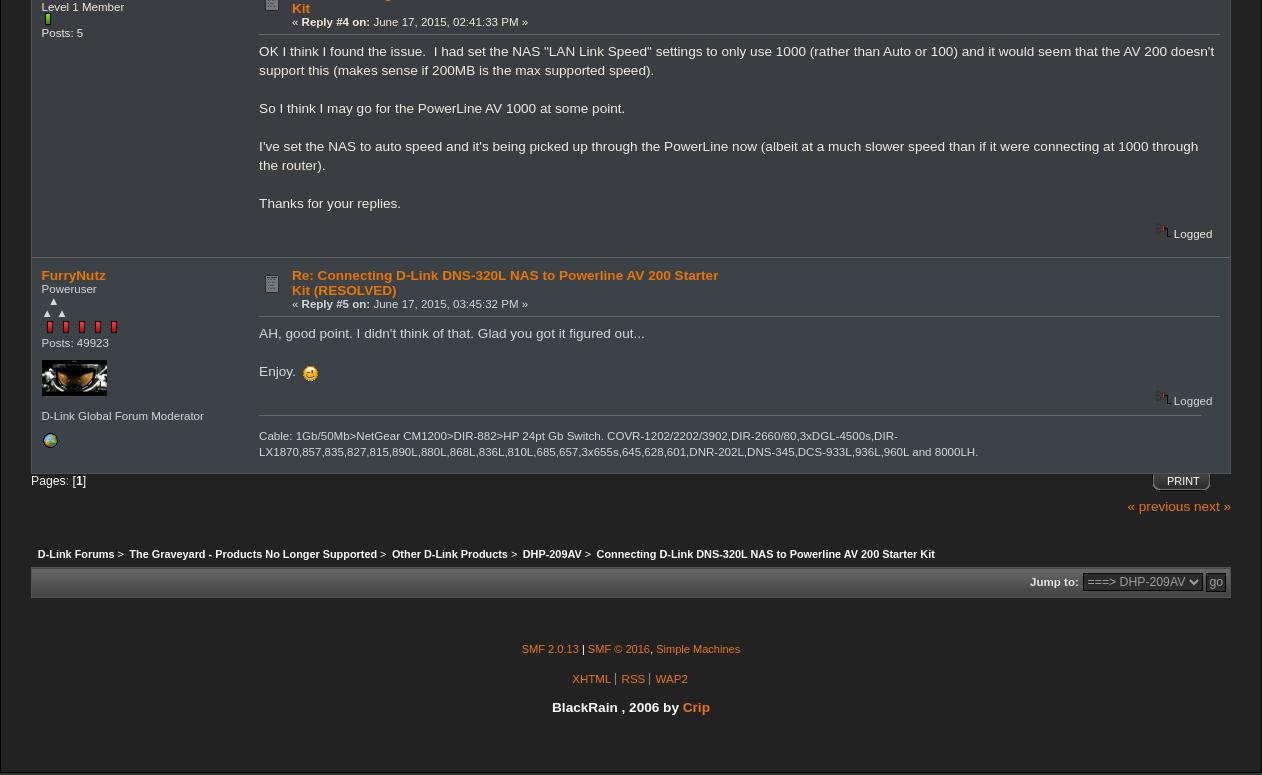 Image resolution: width=1262 pixels, height=775 pixels. Describe the element at coordinates (330, 203) in the screenshot. I see `'Thanks for your replies.'` at that location.